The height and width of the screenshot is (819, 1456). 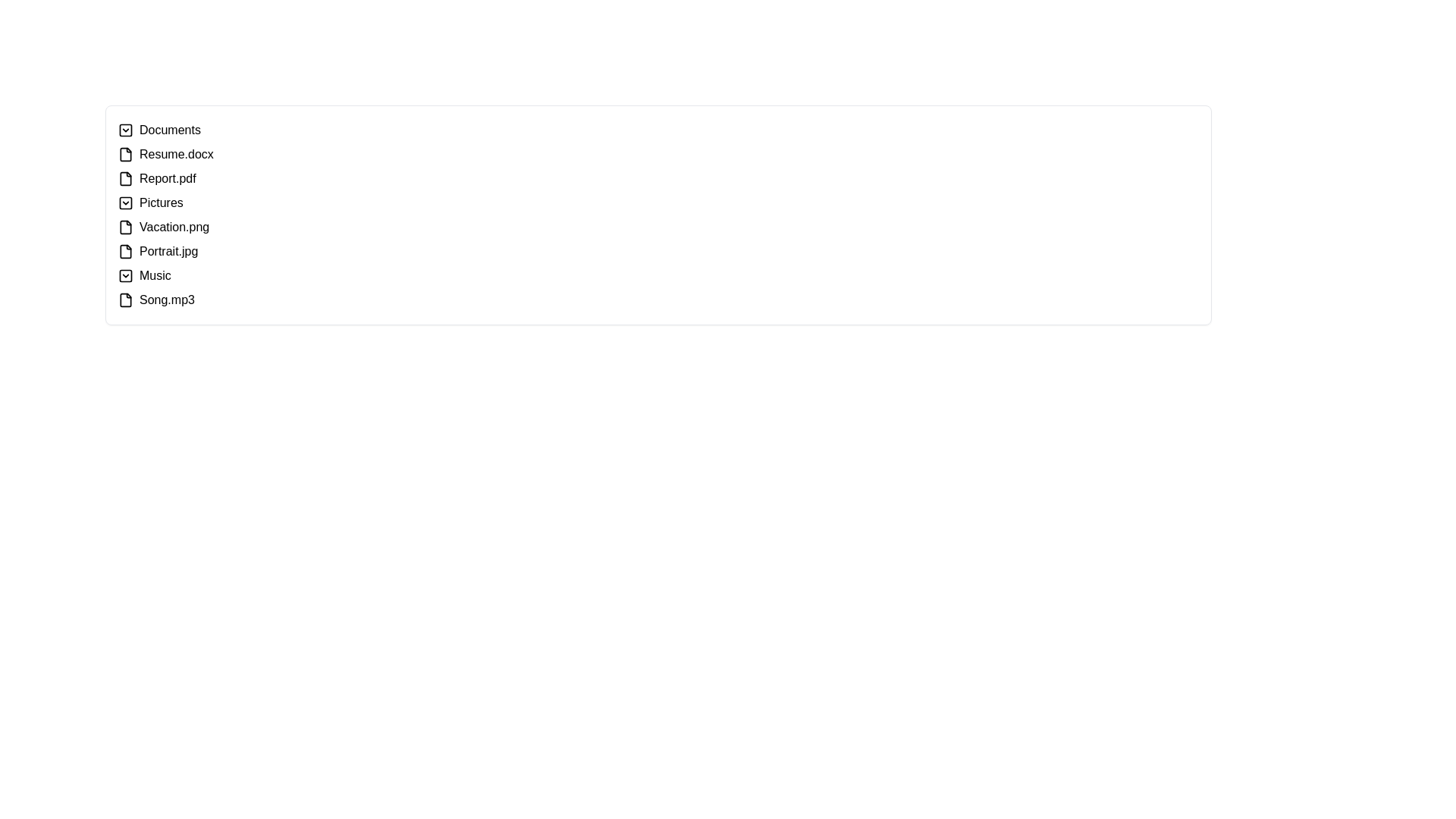 What do you see at coordinates (168, 177) in the screenshot?
I see `the text label for the file named 'Report.pdf'` at bounding box center [168, 177].